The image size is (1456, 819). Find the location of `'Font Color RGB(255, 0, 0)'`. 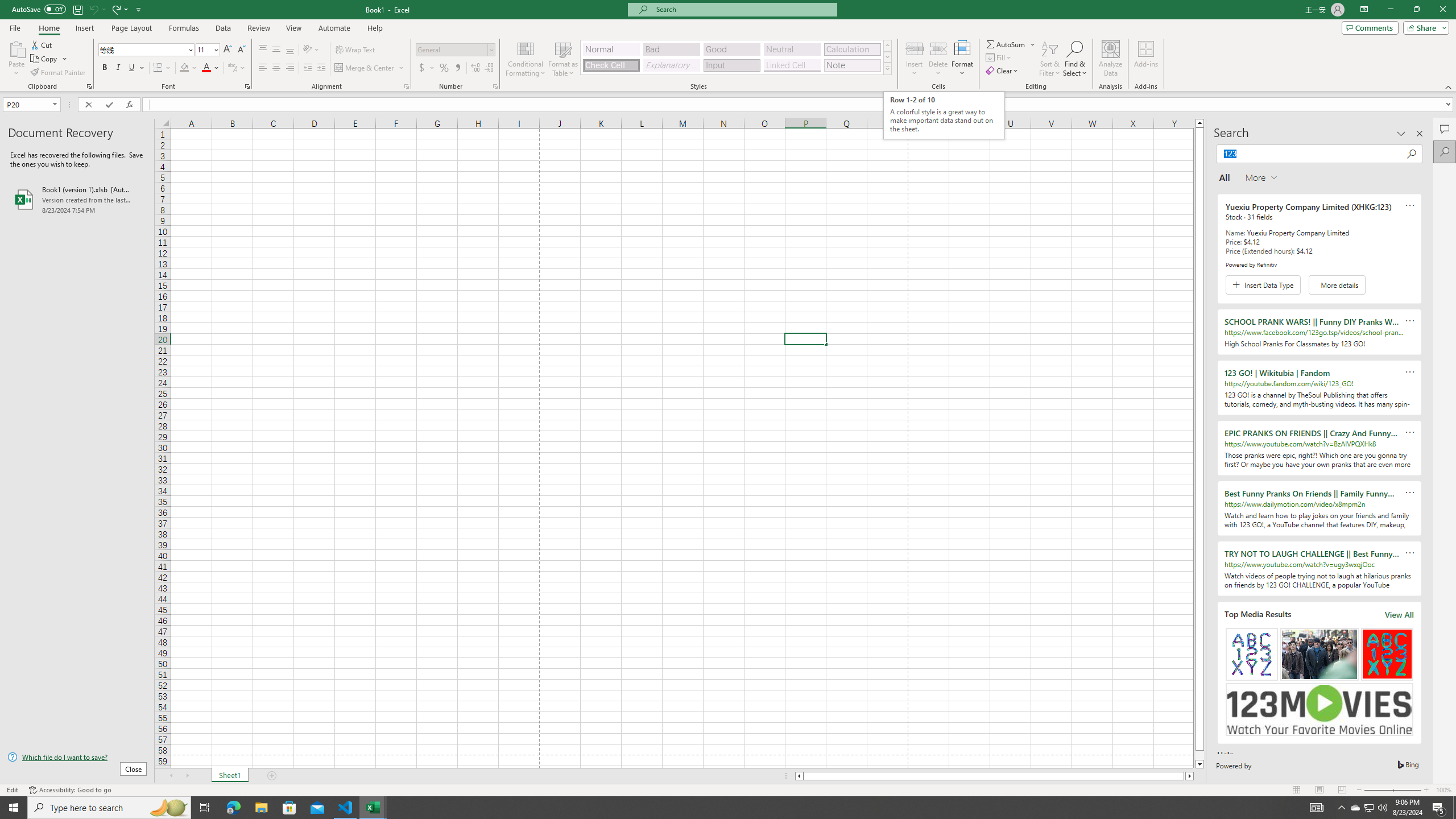

'Font Color RGB(255, 0, 0)' is located at coordinates (206, 67).